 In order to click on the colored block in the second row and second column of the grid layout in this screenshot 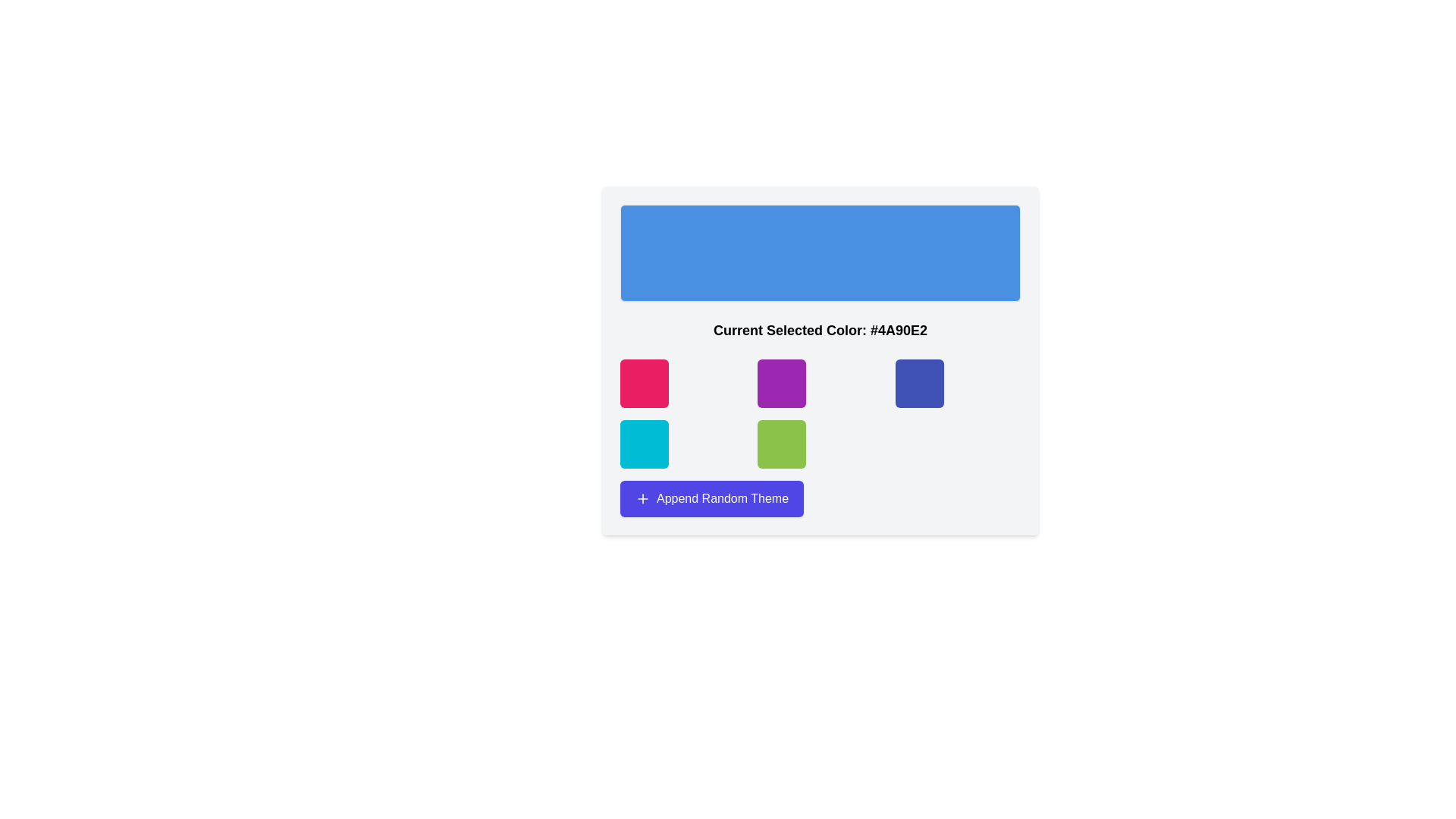, I will do `click(782, 444)`.